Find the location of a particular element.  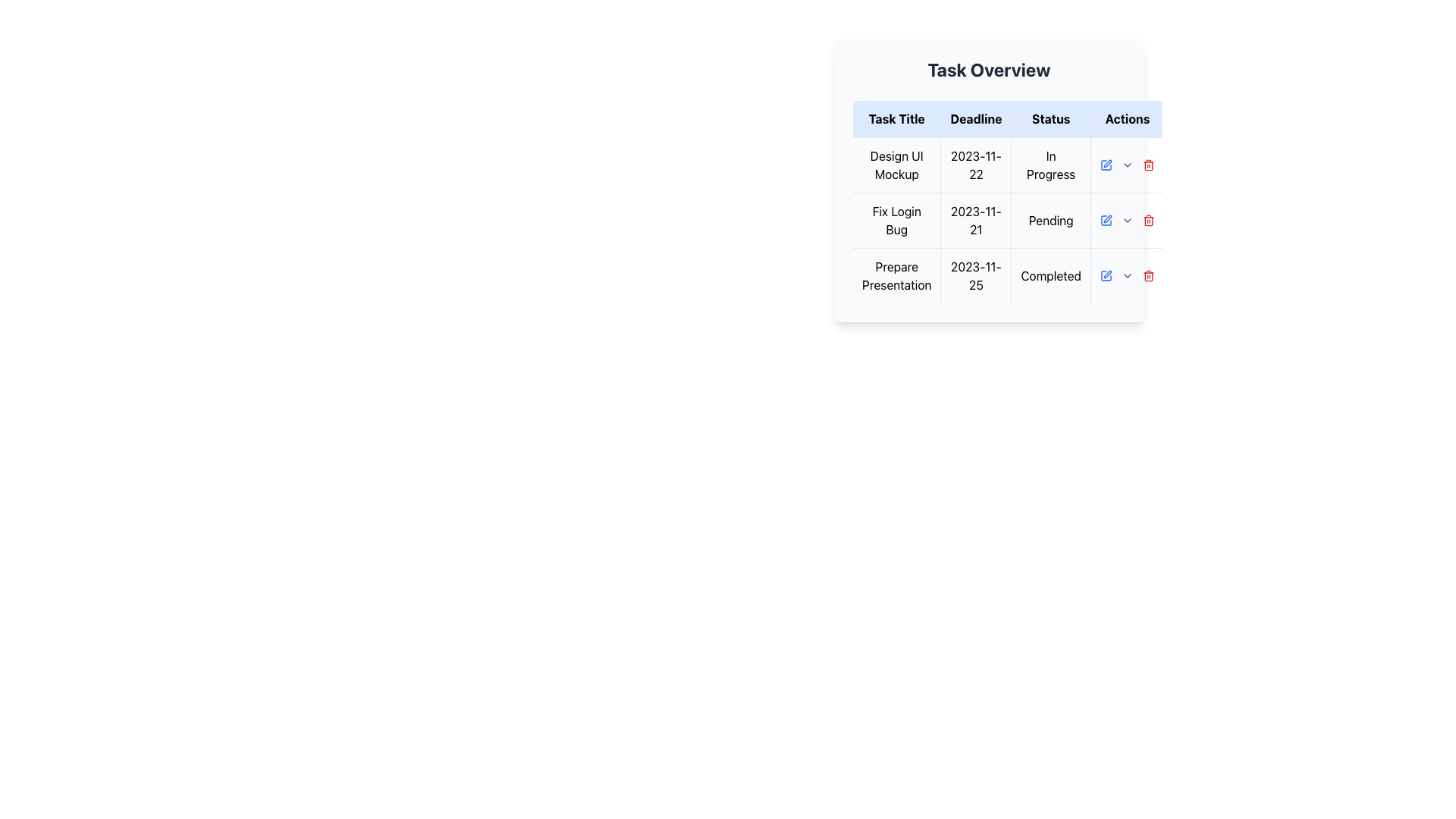

the red trash bin icon button located in the Actions column of the third row in the table is located at coordinates (1149, 275).